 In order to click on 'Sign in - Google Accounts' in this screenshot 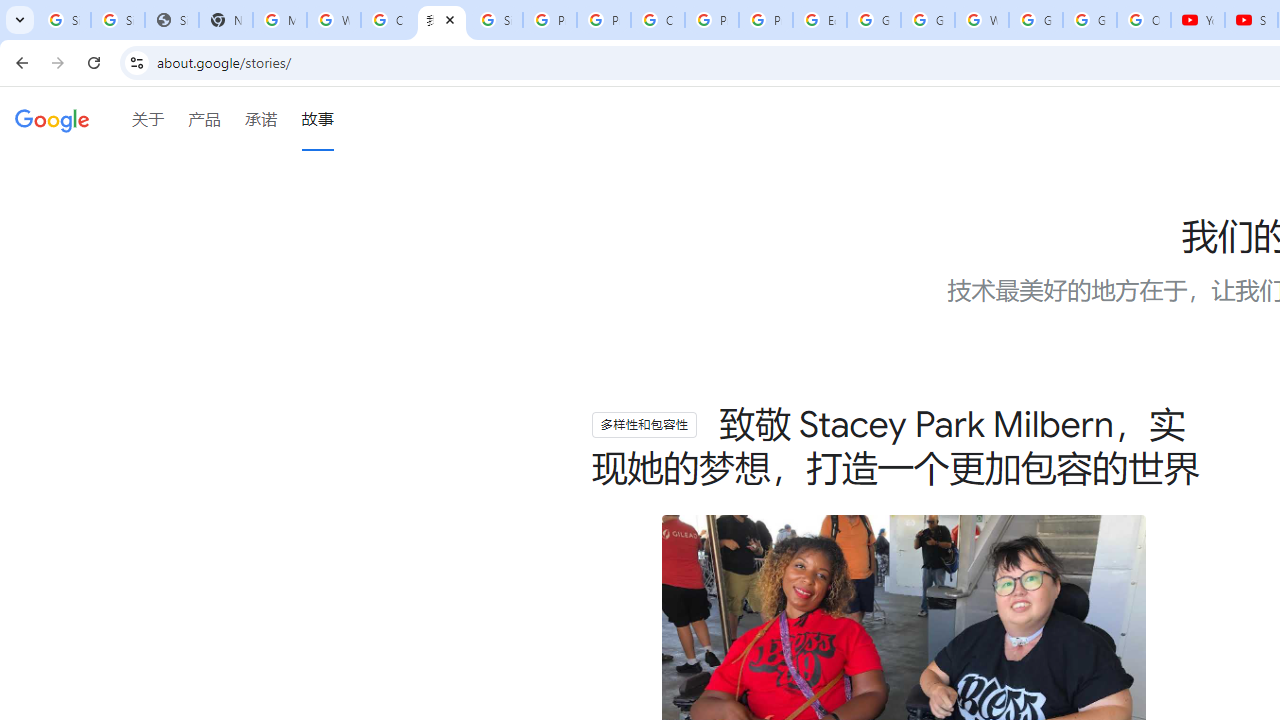, I will do `click(64, 20)`.